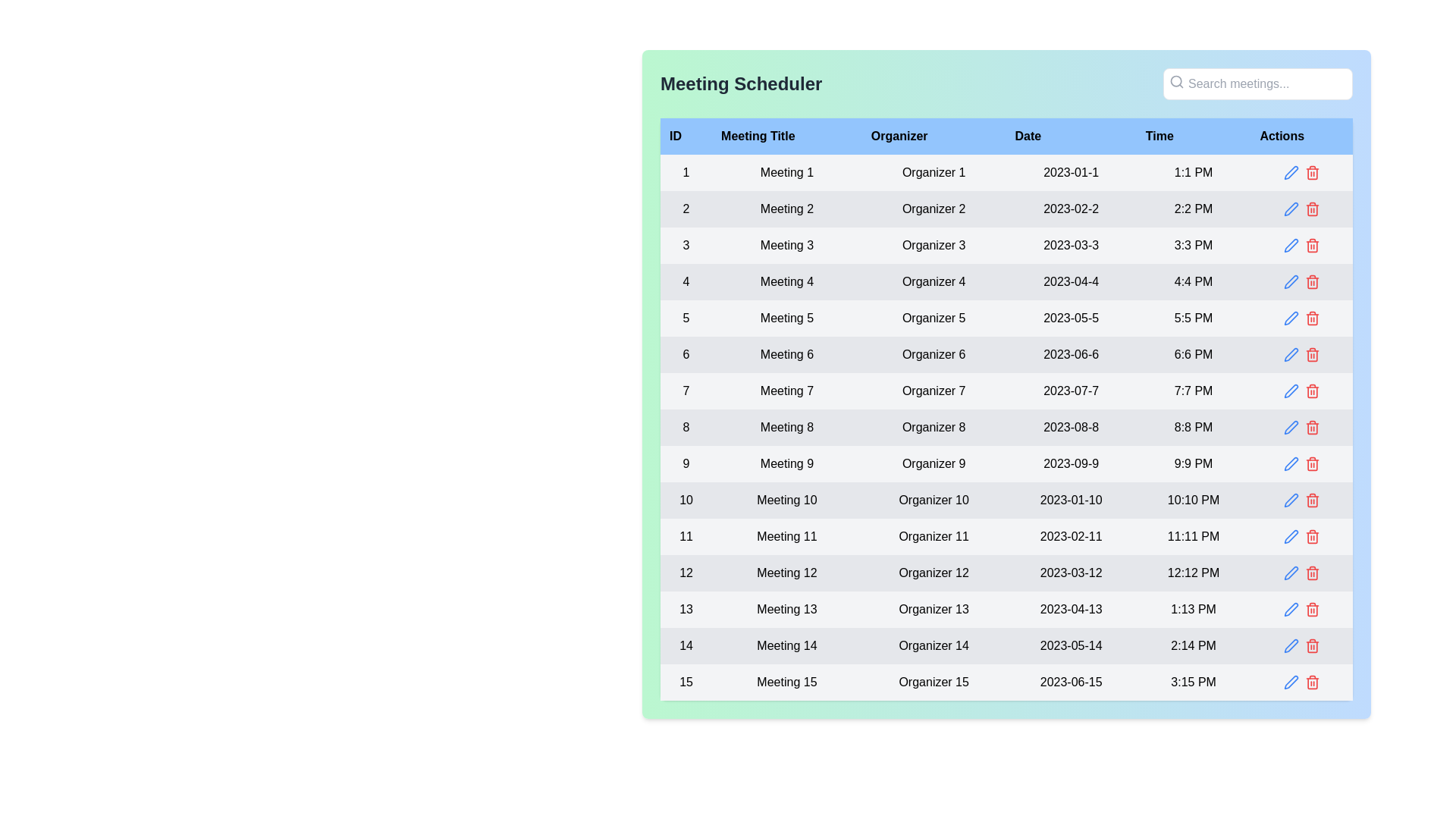 This screenshot has width=1456, height=819. I want to click on the row containing the identifier or index number of the 10th entry in the tabular data interface by clicking on the leftmost text label, so click(686, 500).